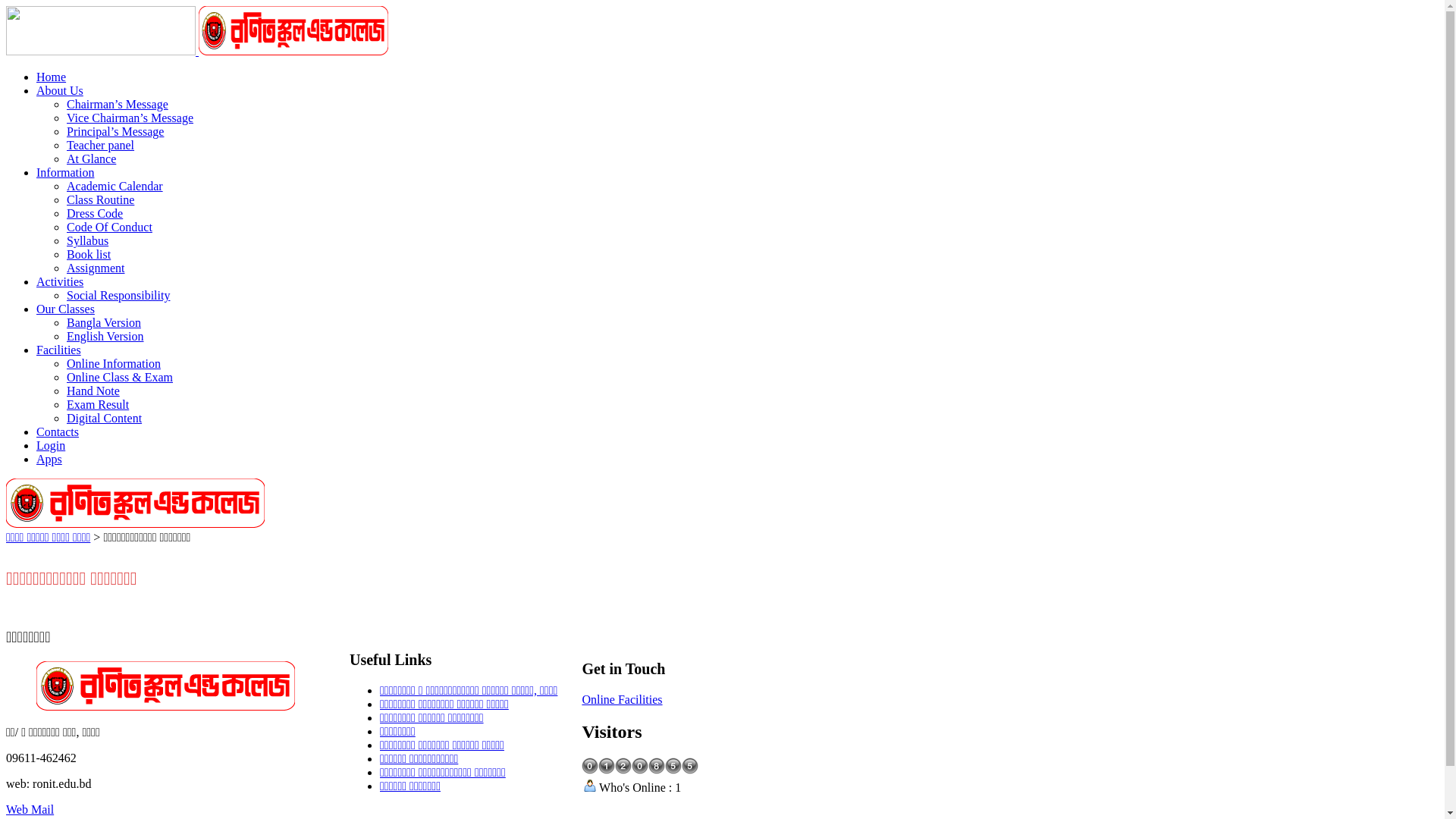 The height and width of the screenshot is (819, 1456). Describe the element at coordinates (93, 390) in the screenshot. I see `'Hand Note'` at that location.